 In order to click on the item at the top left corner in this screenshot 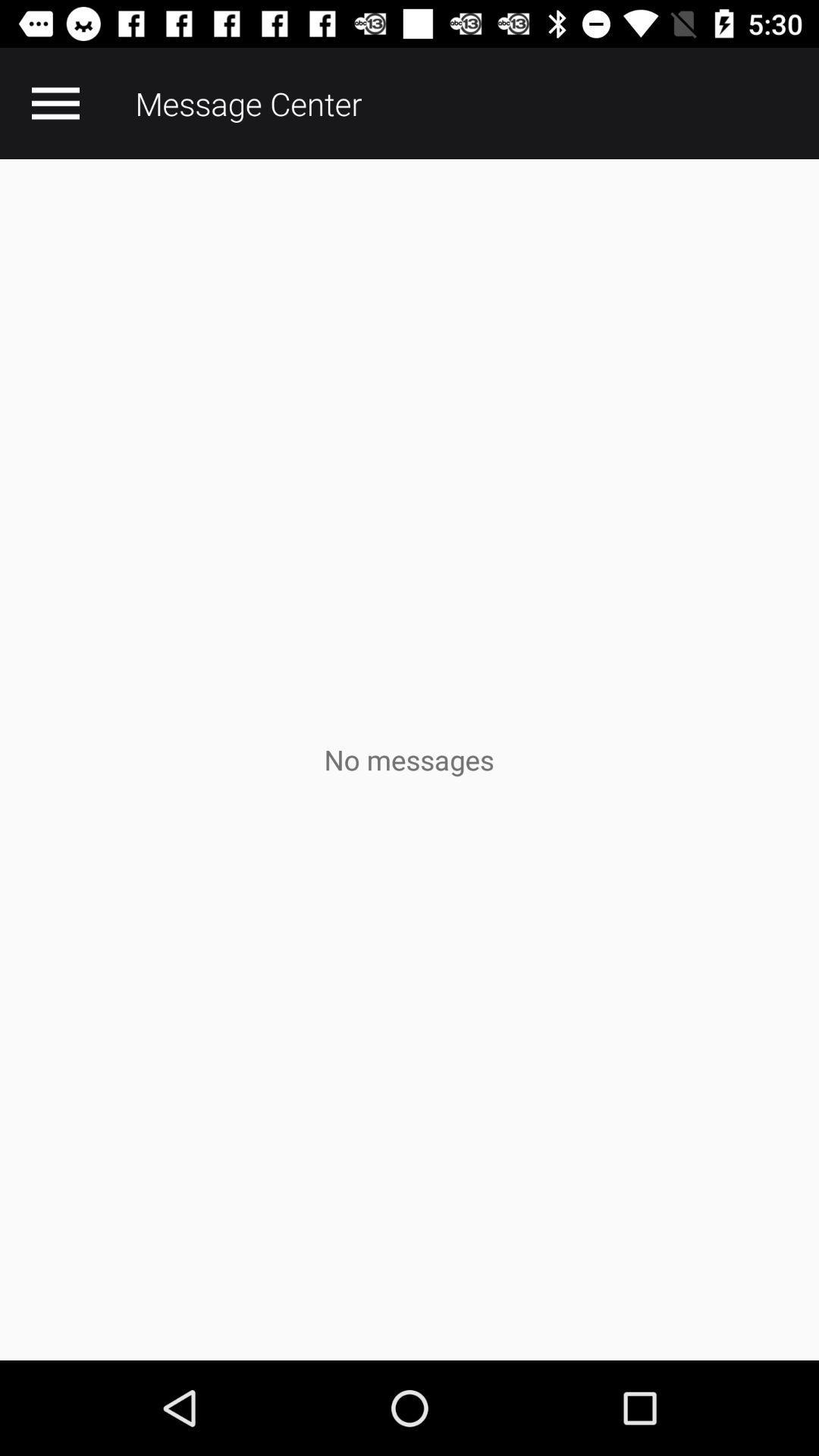, I will do `click(55, 102)`.